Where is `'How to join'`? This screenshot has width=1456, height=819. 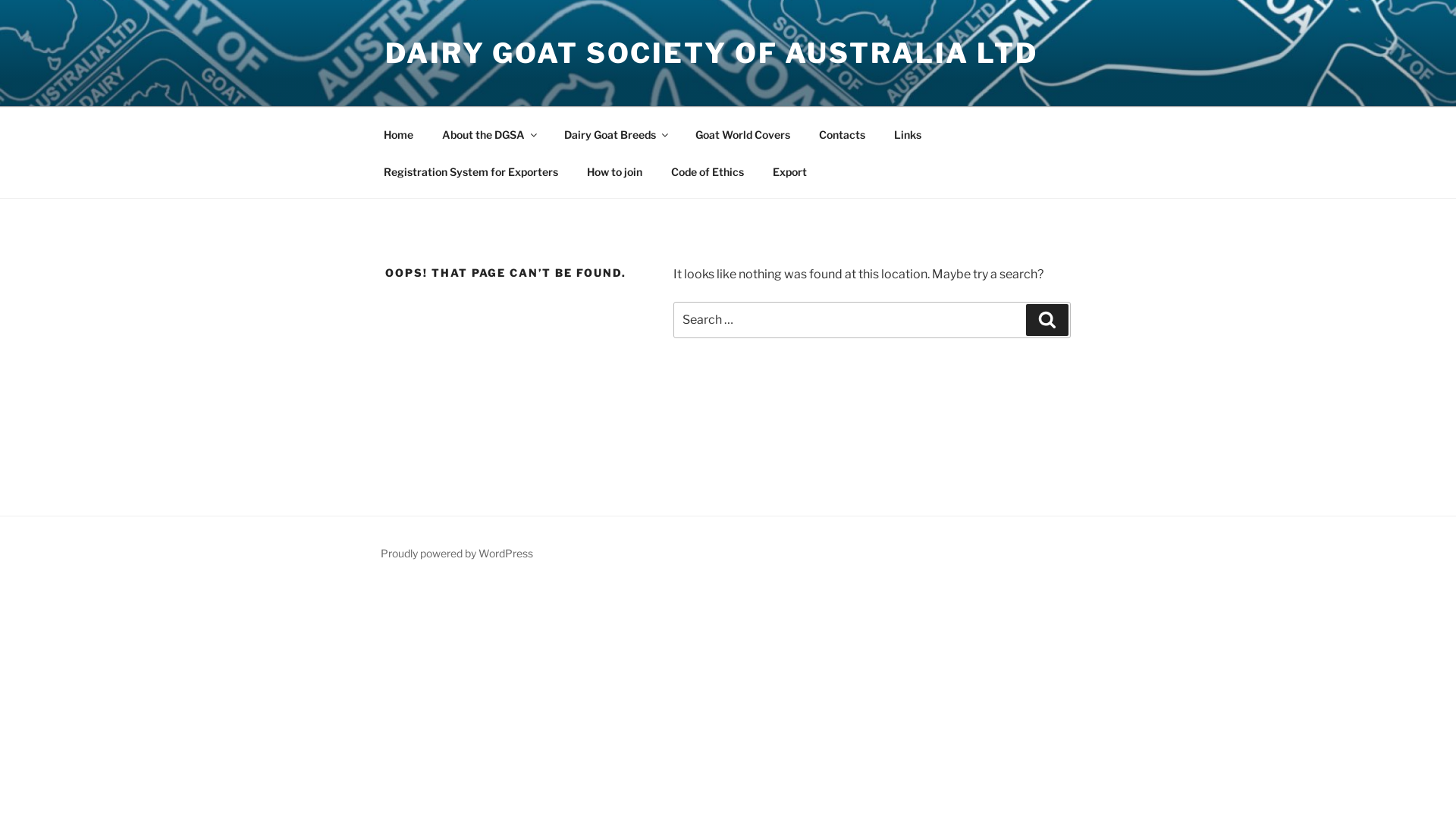 'How to join' is located at coordinates (614, 171).